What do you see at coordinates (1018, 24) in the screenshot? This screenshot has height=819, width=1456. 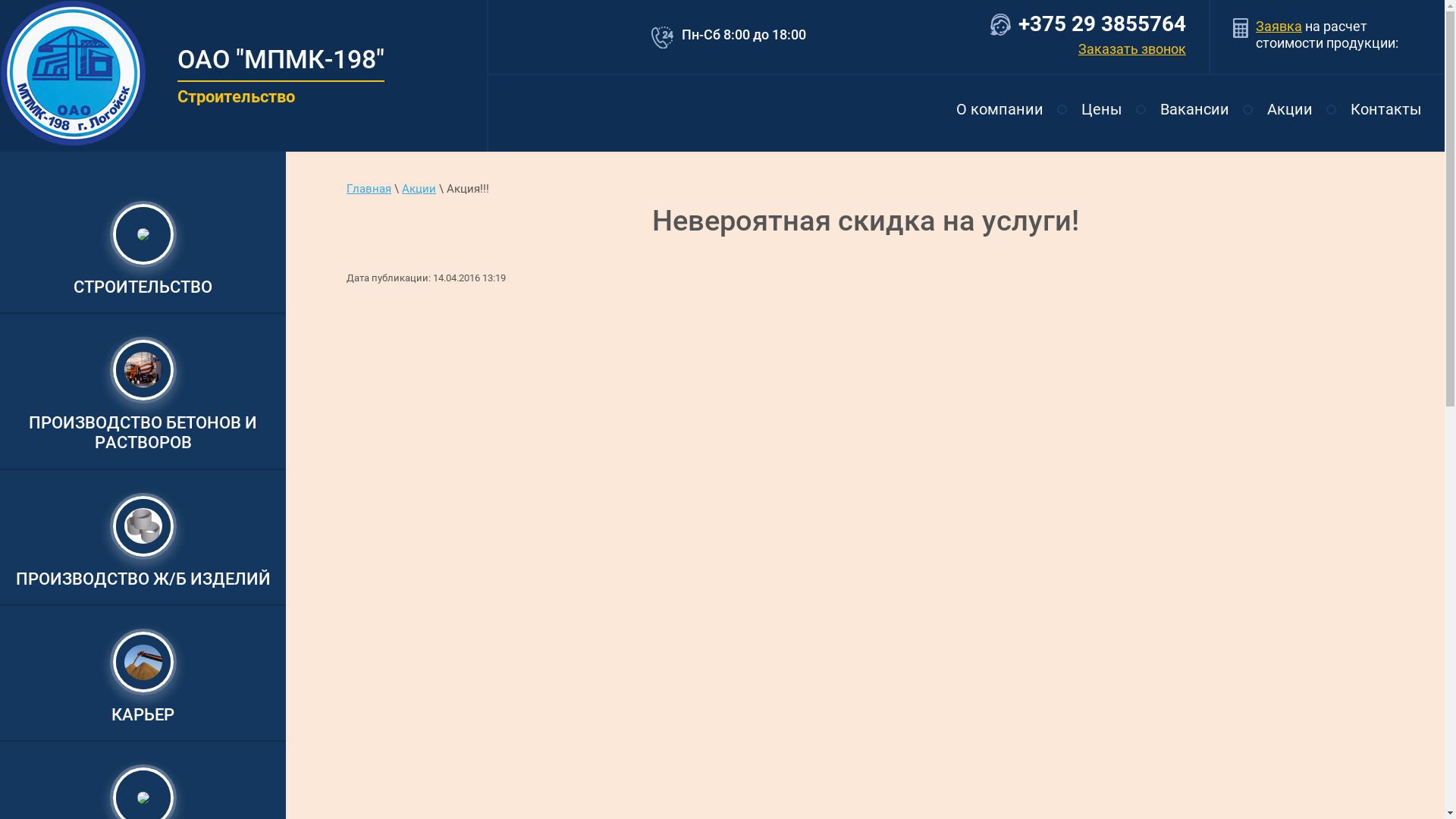 I see `'+375 29 3855764'` at bounding box center [1018, 24].